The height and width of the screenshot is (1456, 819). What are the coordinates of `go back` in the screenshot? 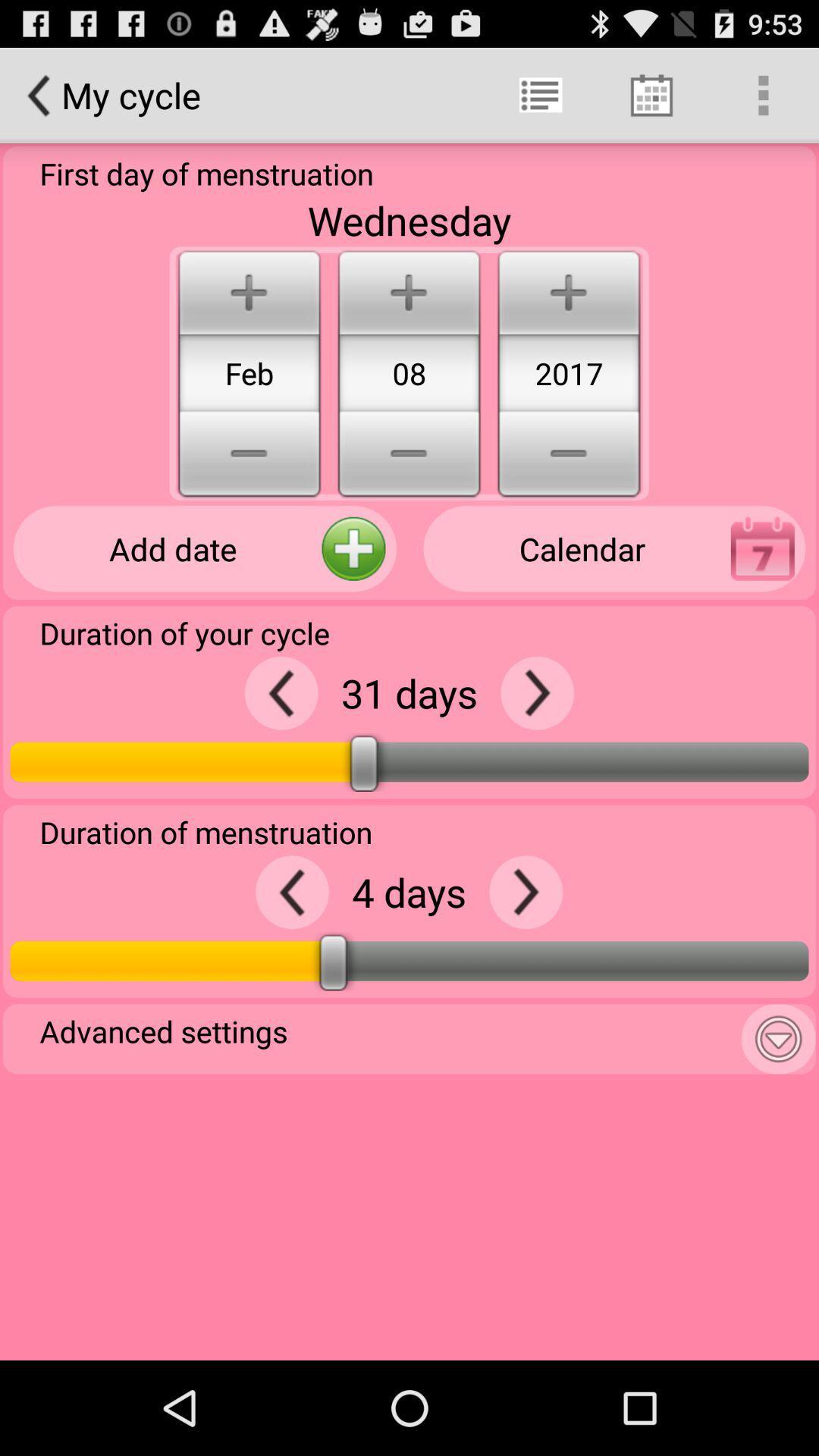 It's located at (281, 692).